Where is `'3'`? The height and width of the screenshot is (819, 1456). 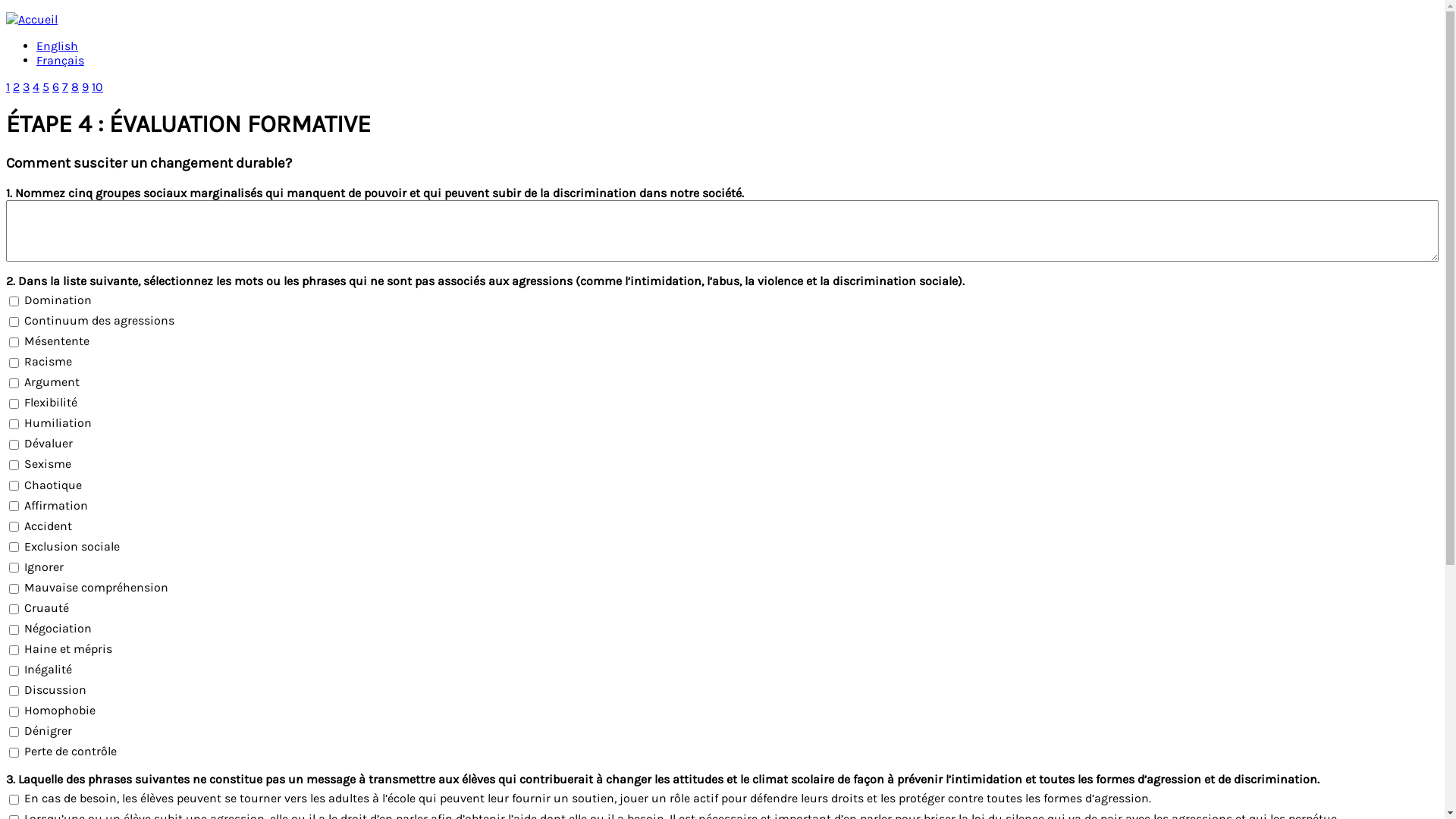
'3' is located at coordinates (26, 86).